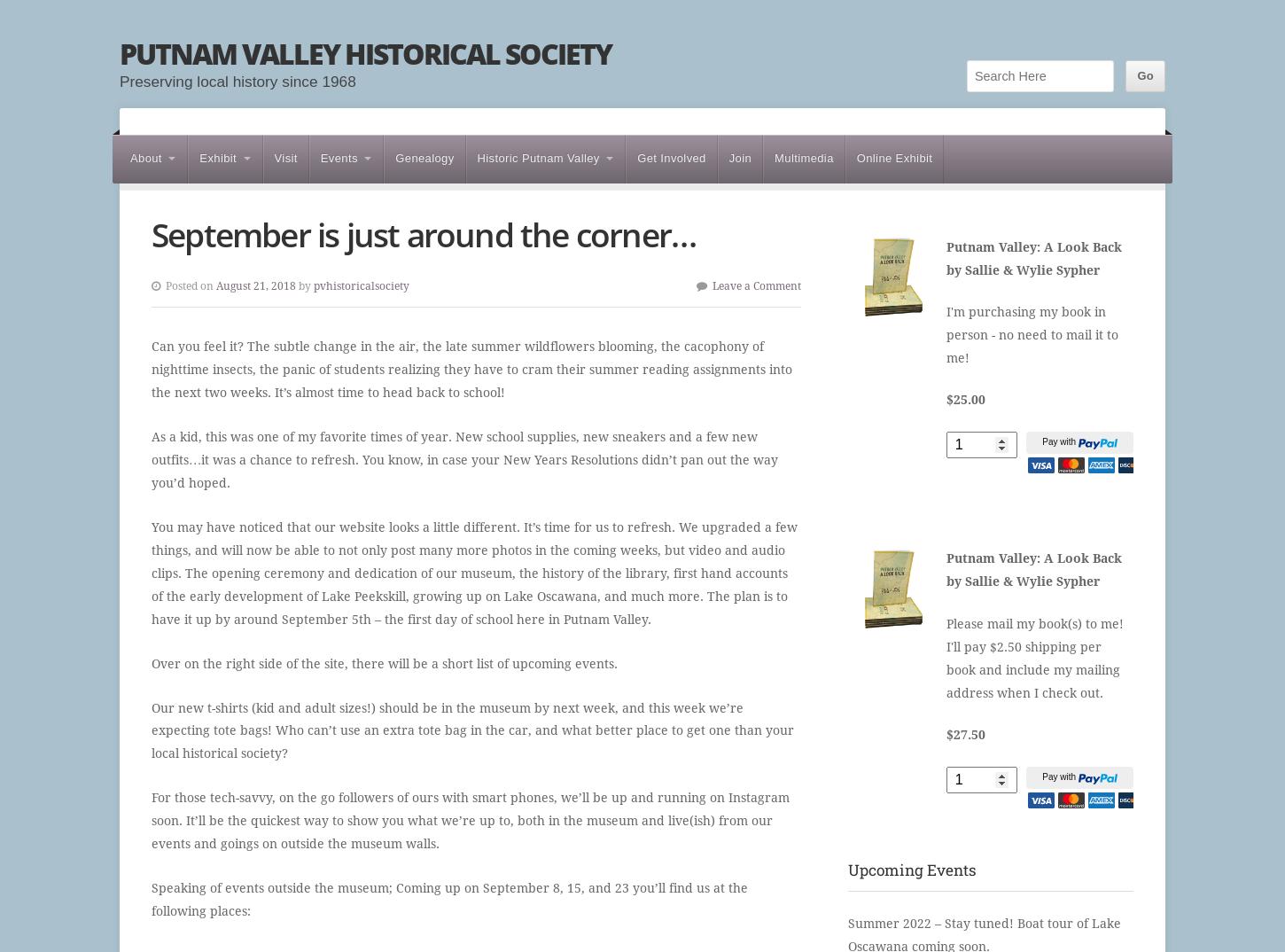 The image size is (1285, 952). I want to click on 'Putnam Valley Historical Society', so click(364, 53).